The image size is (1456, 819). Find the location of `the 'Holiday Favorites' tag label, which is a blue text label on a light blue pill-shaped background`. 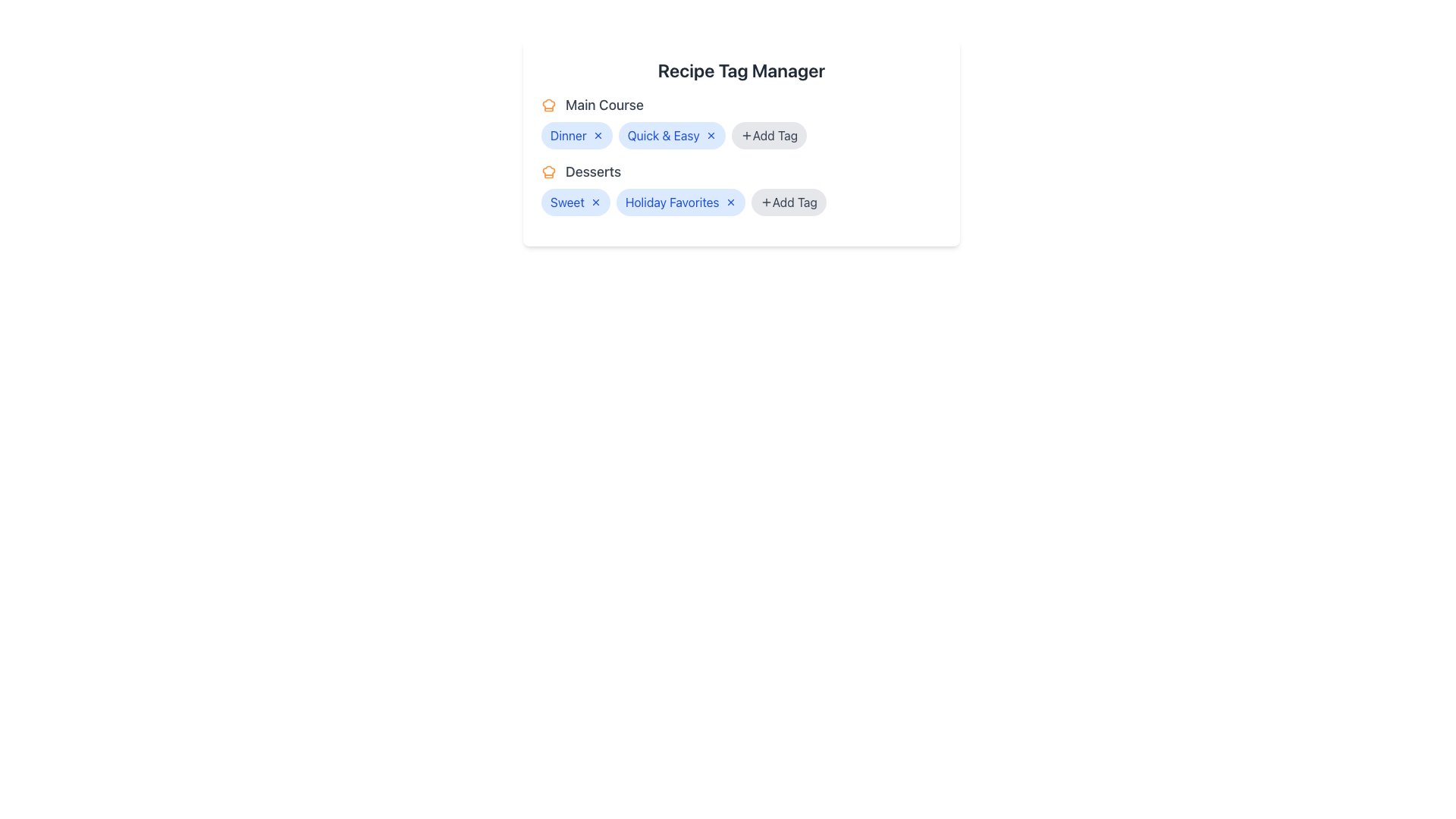

the 'Holiday Favorites' tag label, which is a blue text label on a light blue pill-shaped background is located at coordinates (671, 201).